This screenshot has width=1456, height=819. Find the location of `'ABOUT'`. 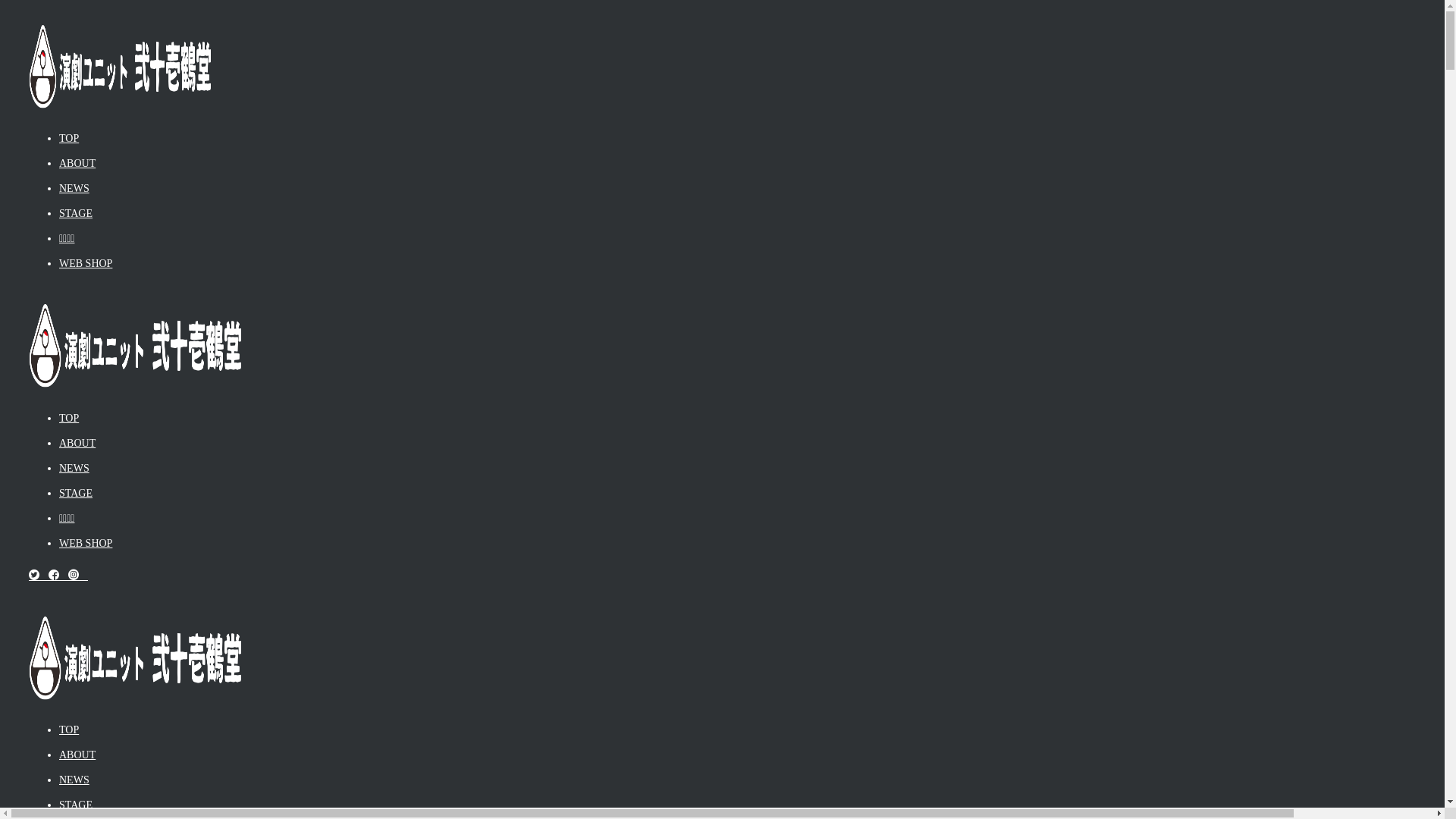

'ABOUT' is located at coordinates (58, 163).